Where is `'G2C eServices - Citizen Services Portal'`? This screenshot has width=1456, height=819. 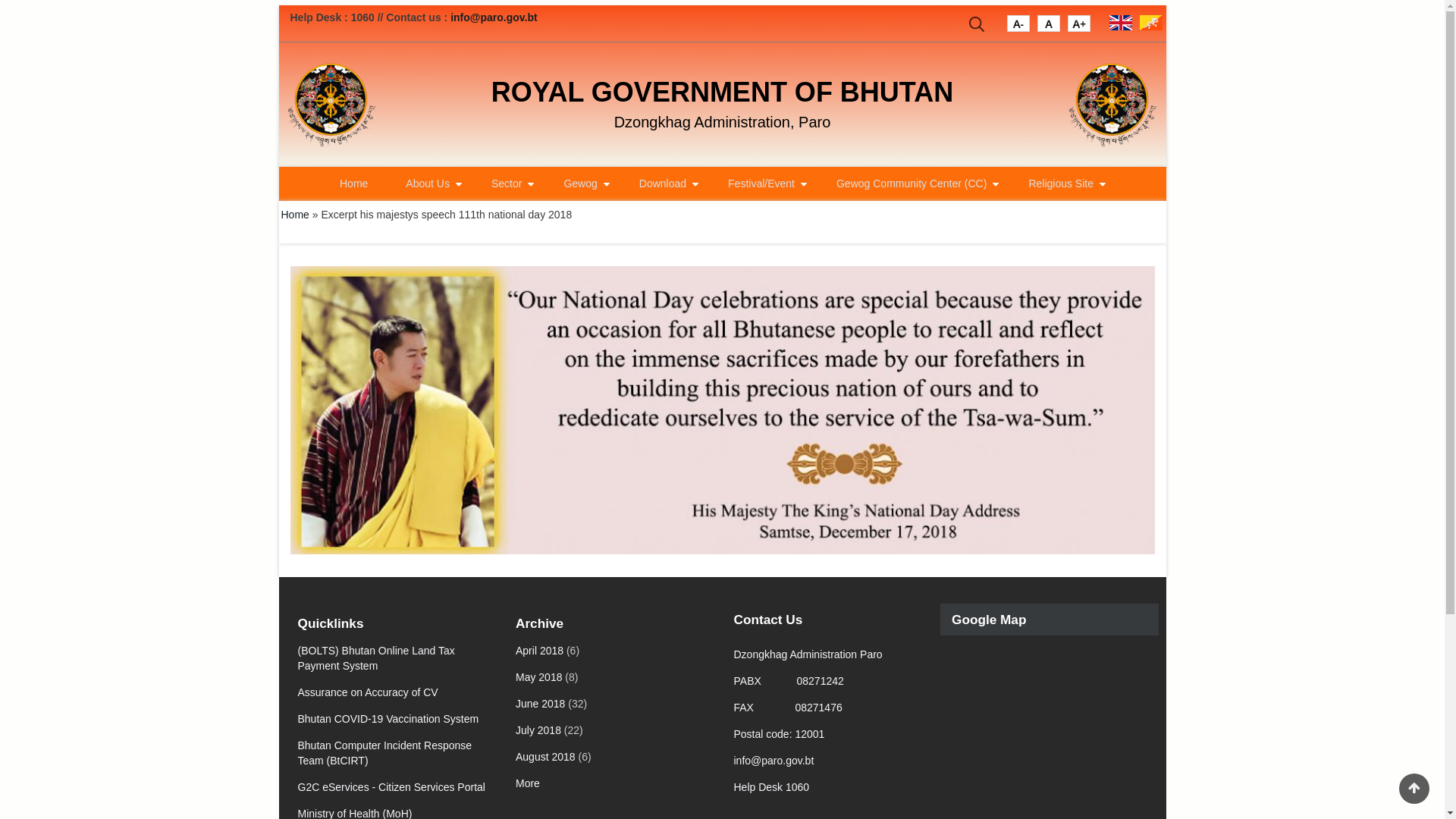 'G2C eServices - Citizen Services Portal' is located at coordinates (297, 786).